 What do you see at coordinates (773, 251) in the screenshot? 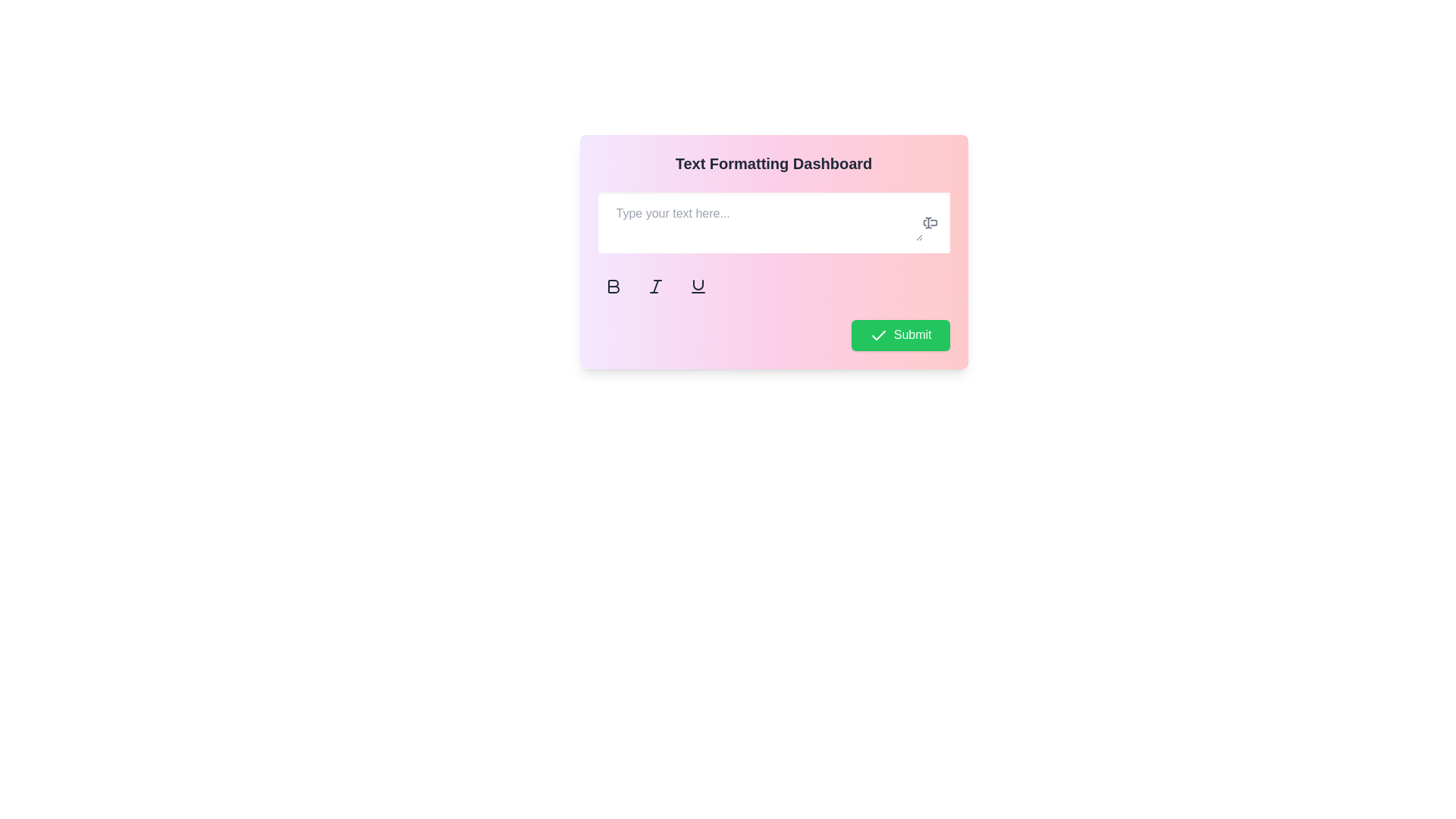
I see `the text input area of the text editor interface to focus and type text` at bounding box center [773, 251].